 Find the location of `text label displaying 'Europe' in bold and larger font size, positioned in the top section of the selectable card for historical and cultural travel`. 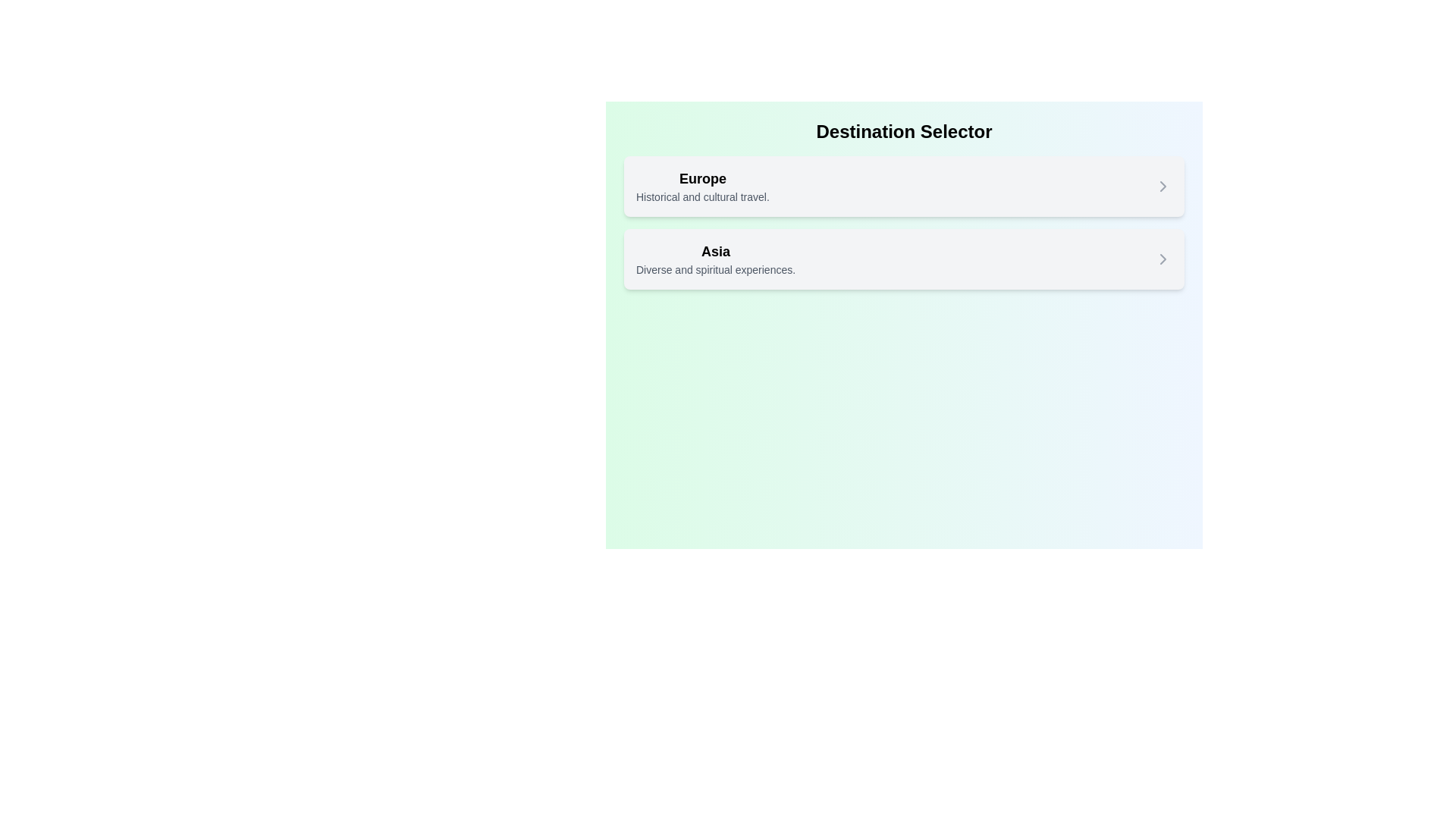

text label displaying 'Europe' in bold and larger font size, positioned in the top section of the selectable card for historical and cultural travel is located at coordinates (701, 177).